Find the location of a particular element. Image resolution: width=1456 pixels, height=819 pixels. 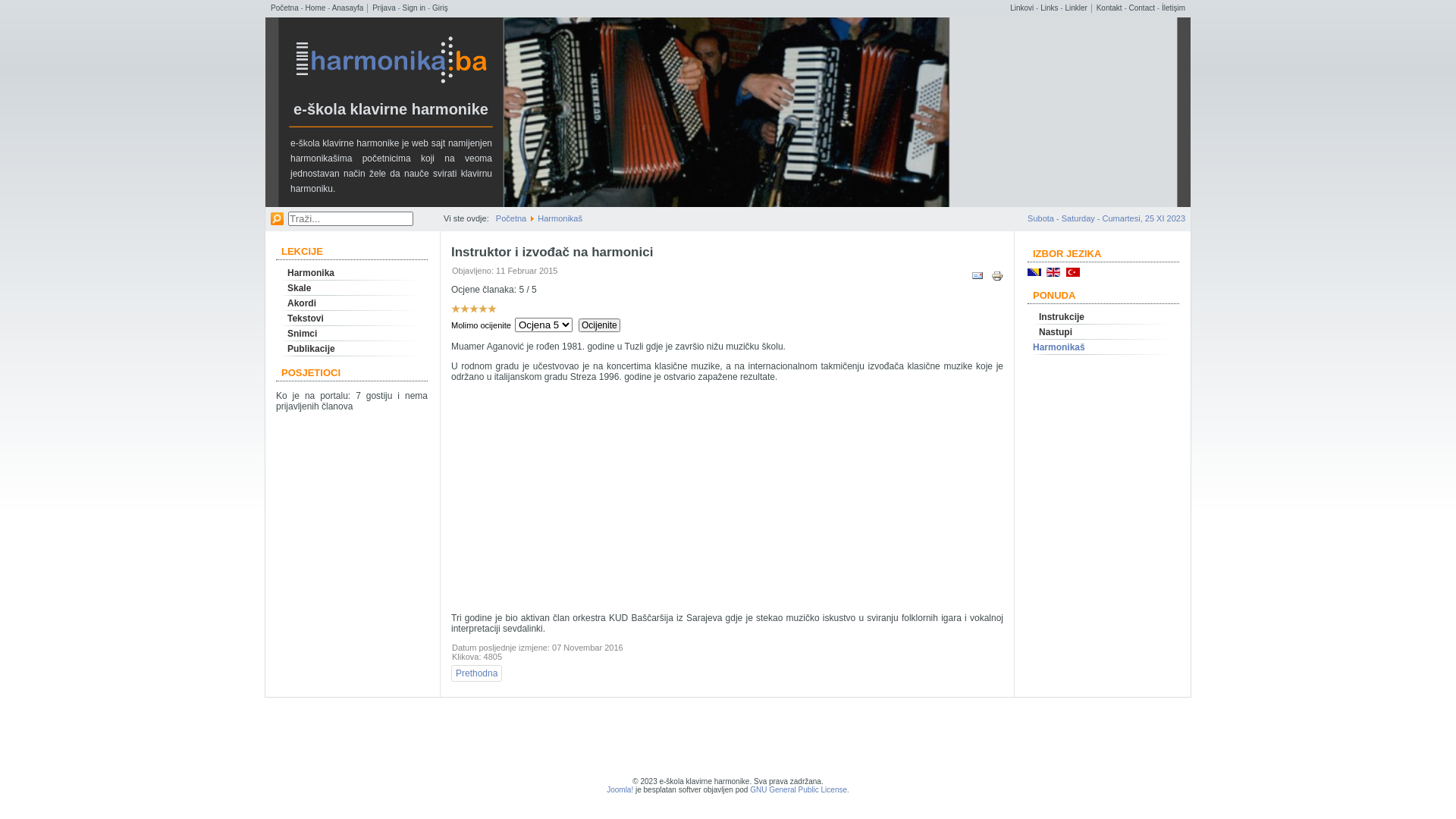

'Joomla!' is located at coordinates (620, 789).